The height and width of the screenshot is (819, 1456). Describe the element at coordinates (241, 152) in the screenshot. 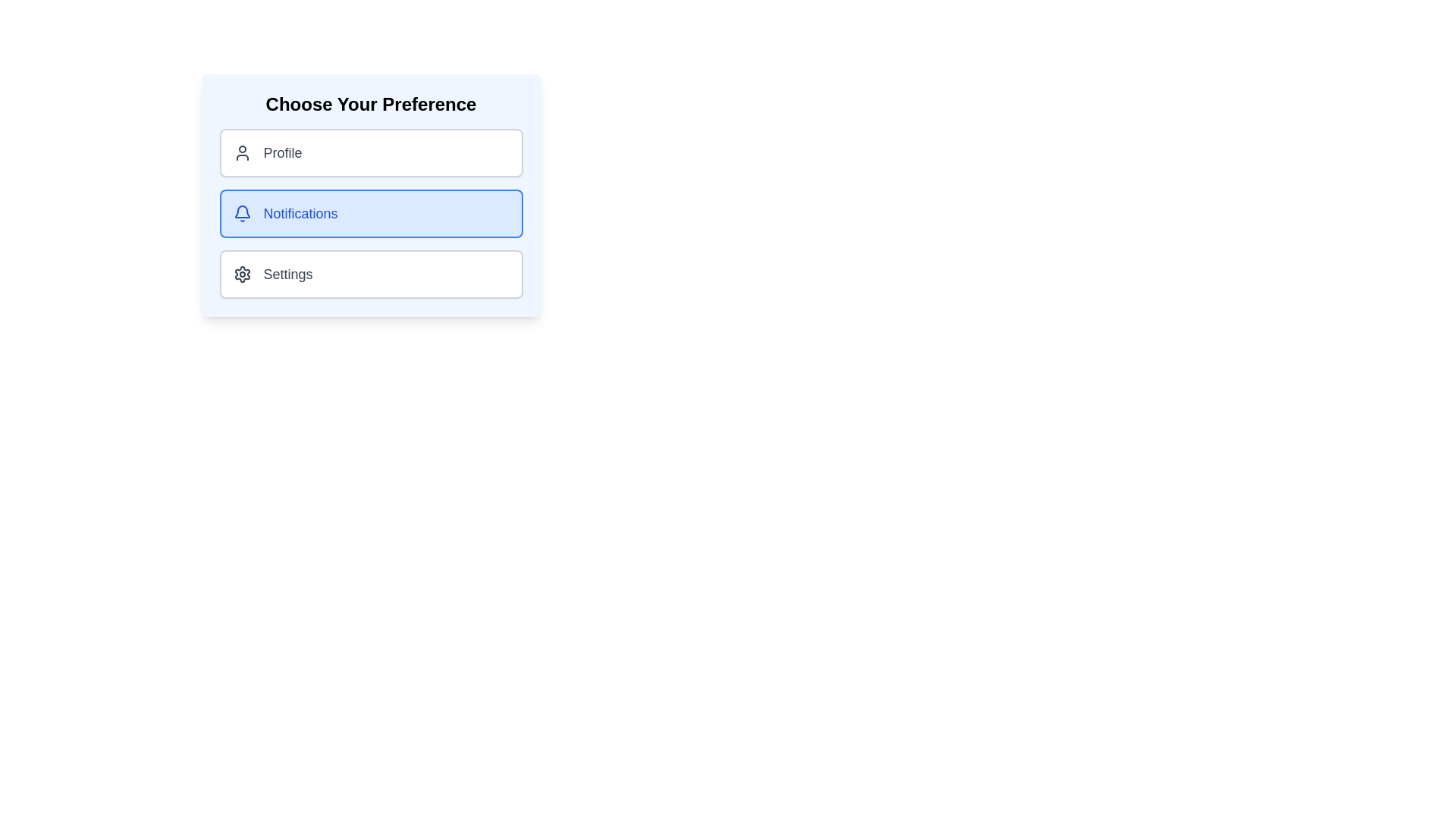

I see `the user icon, which is a navy blue outlined circular head above a trapezoidal body shape, located to the left of the 'Profile' button` at that location.